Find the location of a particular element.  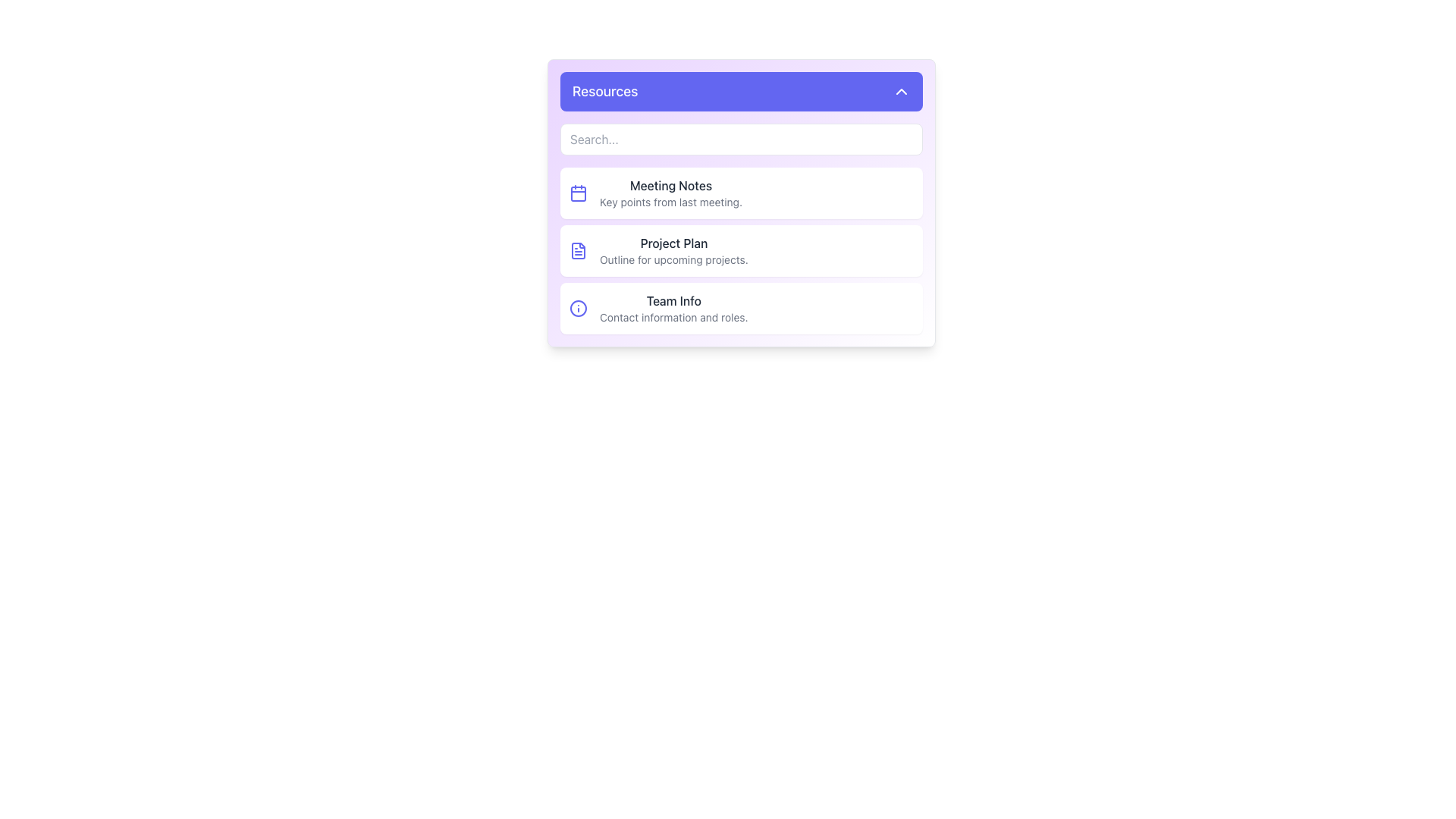

the clickable Text Block with Title and Description located in the top section of the vertical list within the card is located at coordinates (670, 192).